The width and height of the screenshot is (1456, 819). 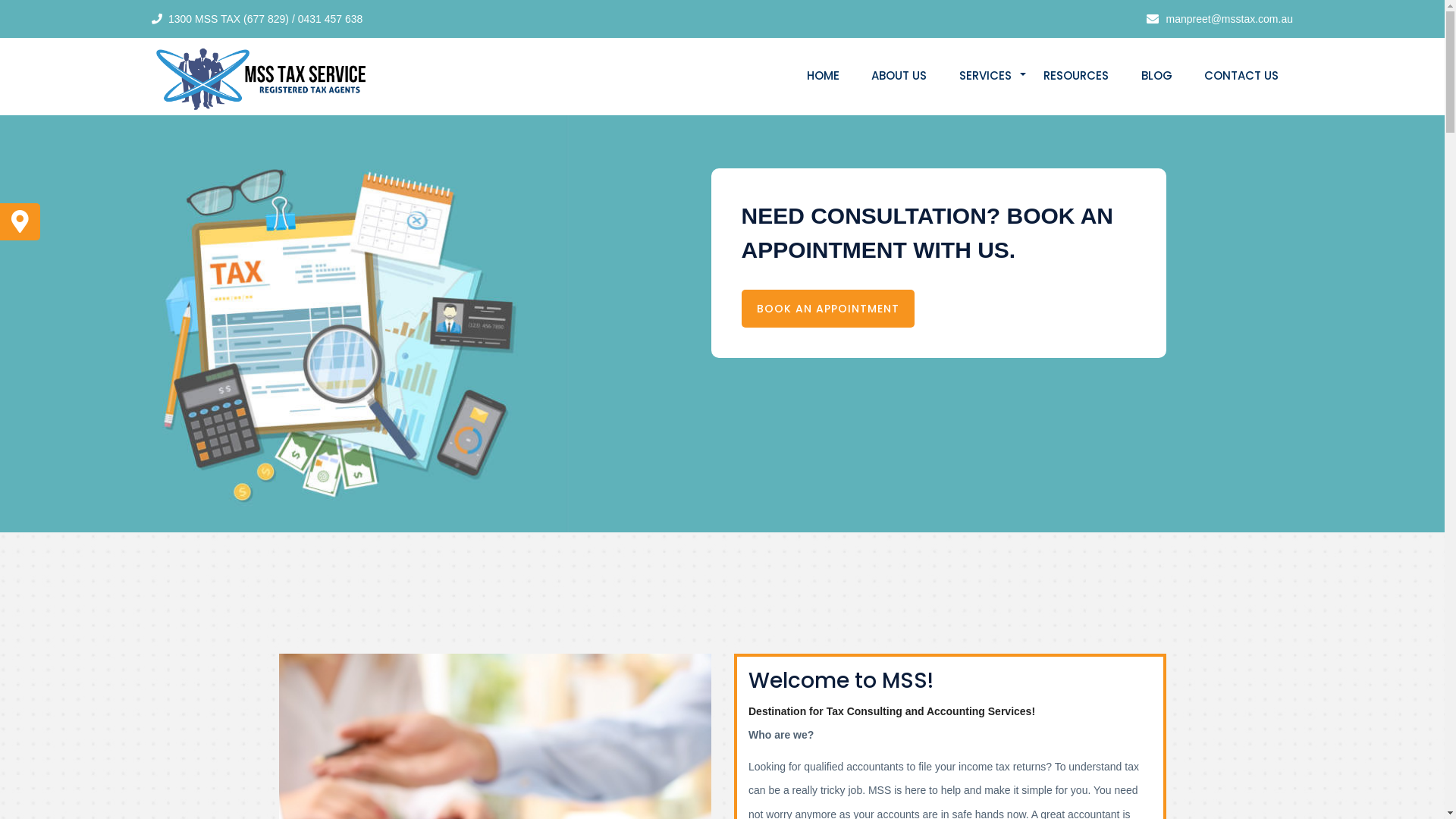 I want to click on 'HOME', so click(x=792, y=76).